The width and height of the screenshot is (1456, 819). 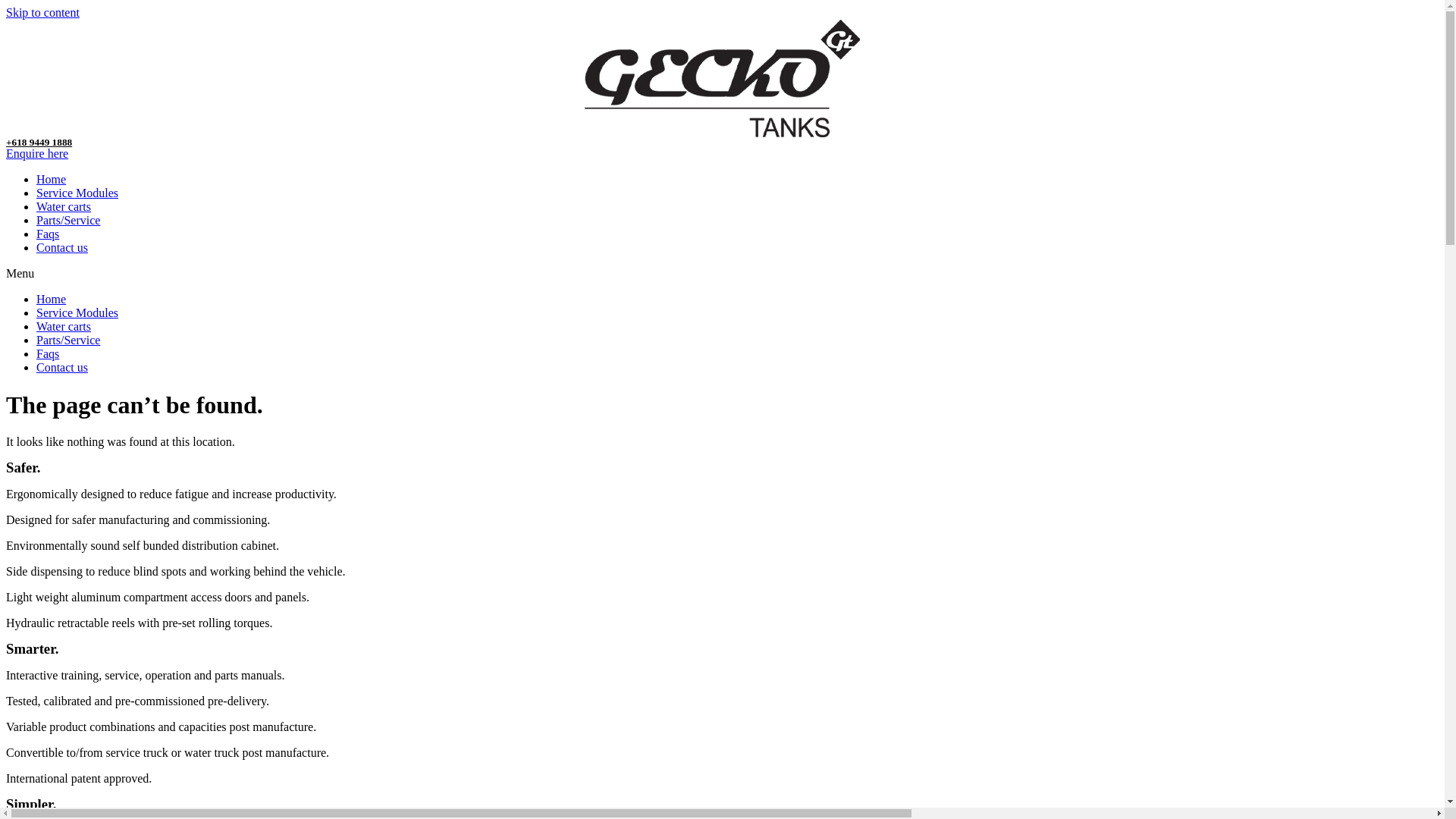 I want to click on 'Faqs', so click(x=36, y=353).